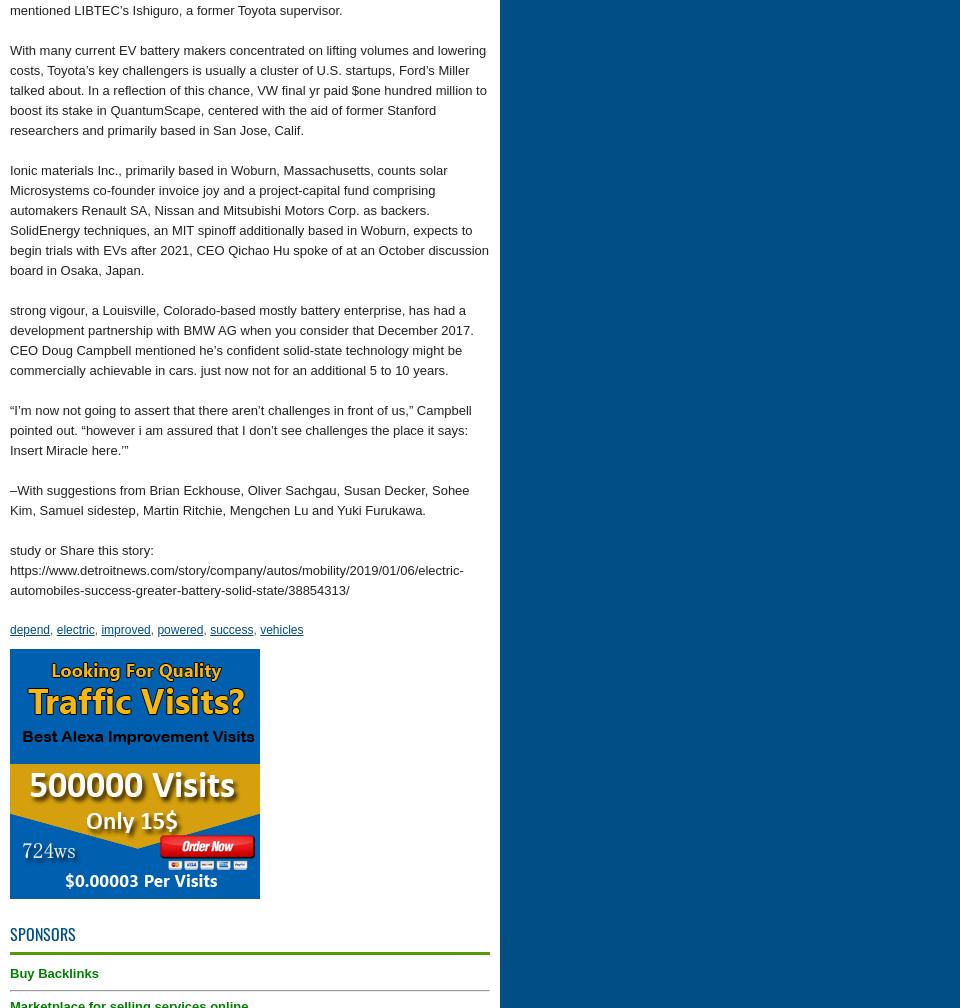 The height and width of the screenshot is (1008, 960). I want to click on 'Buy Backlinks', so click(8, 973).